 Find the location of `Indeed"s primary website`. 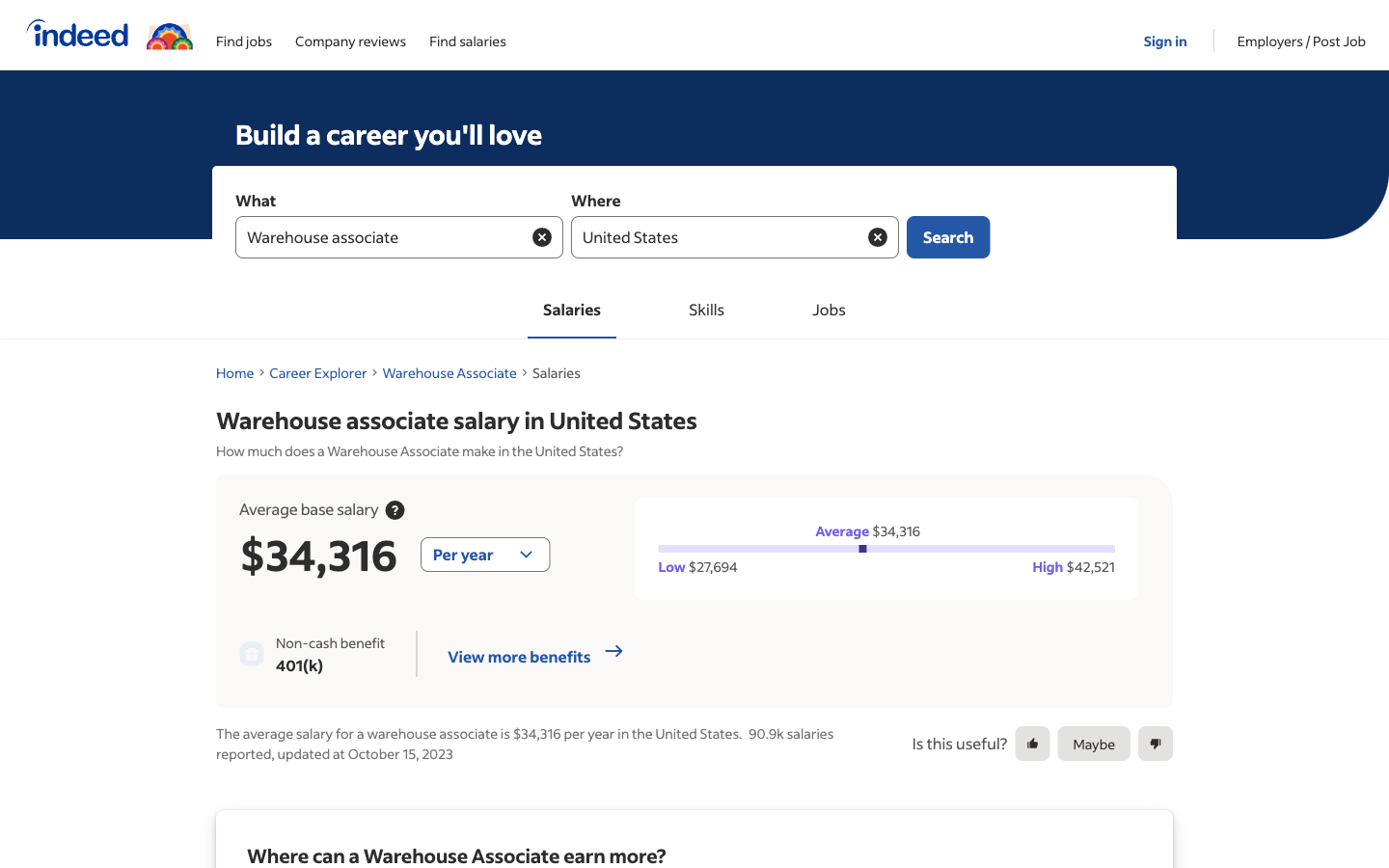

Indeed"s primary website is located at coordinates (73, 34).